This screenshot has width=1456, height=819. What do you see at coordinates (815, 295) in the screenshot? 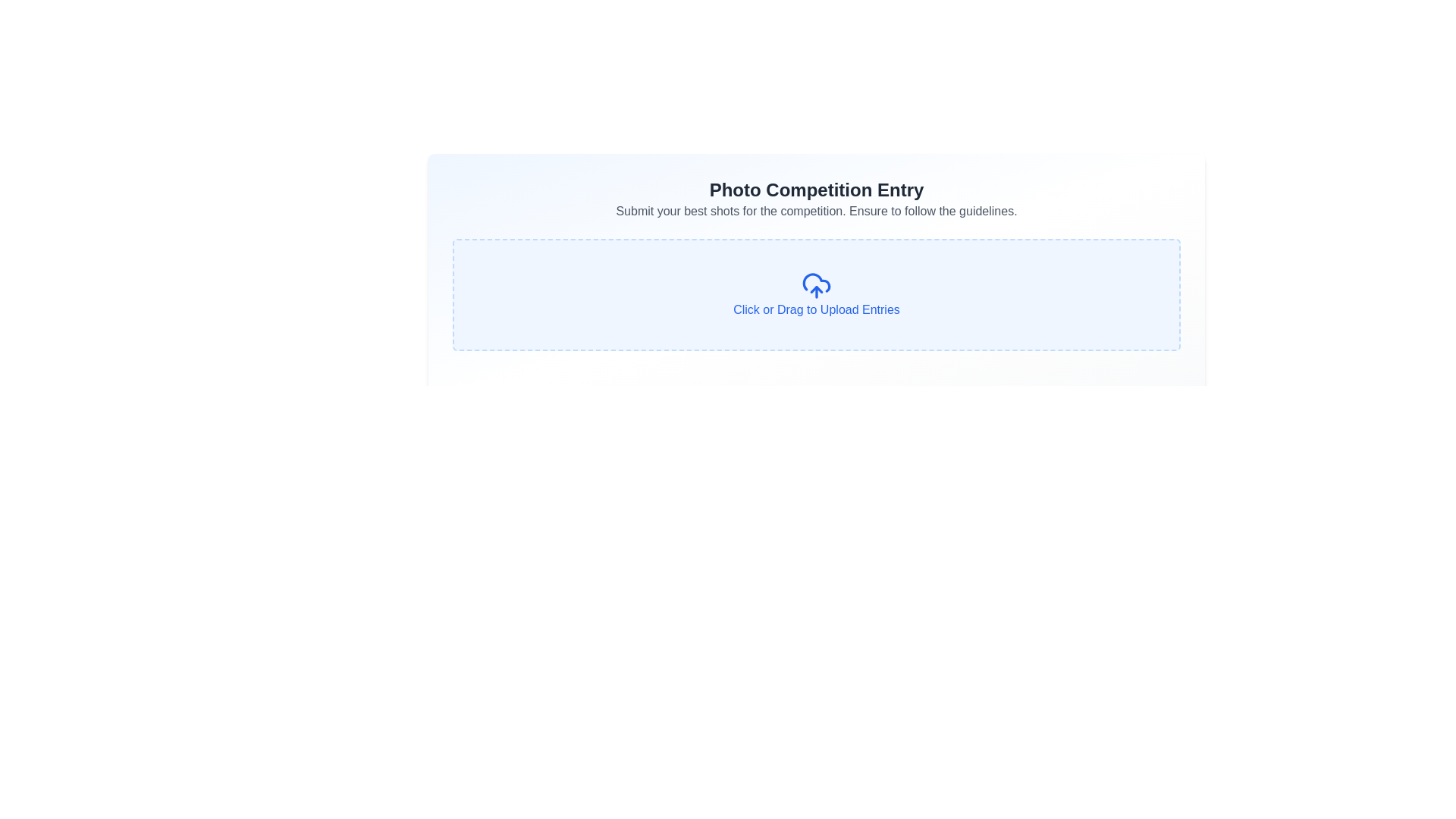
I see `the centrally located file upload area, which is below the text 'Submit your best shots for the competition.'` at bounding box center [815, 295].